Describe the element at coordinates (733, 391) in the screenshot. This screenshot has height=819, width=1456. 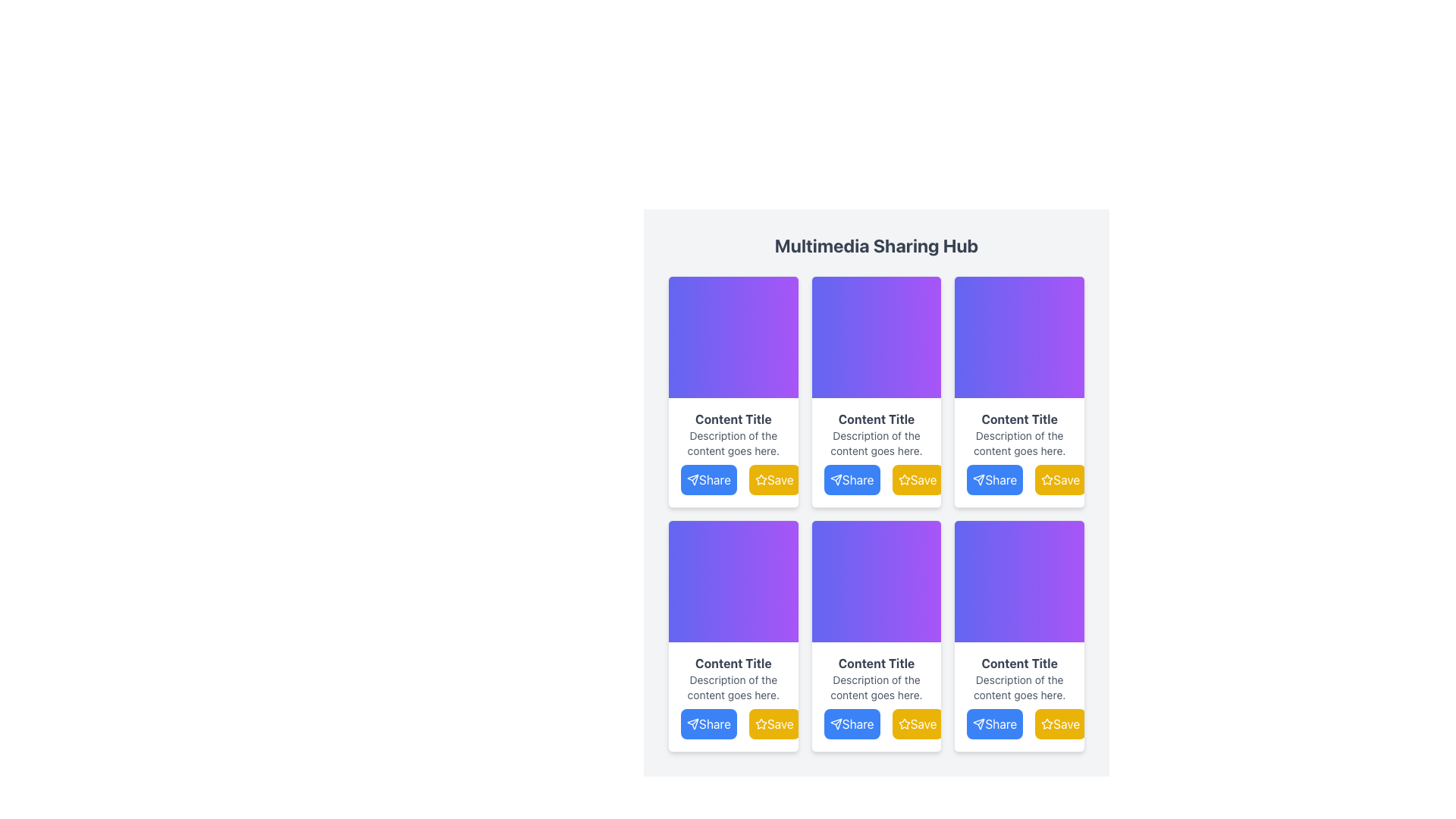
I see `the first card in the grid layout featuring a purple gradient header, black bold text 'Content Title', and buttons labeled 'Share' and 'Save'` at that location.